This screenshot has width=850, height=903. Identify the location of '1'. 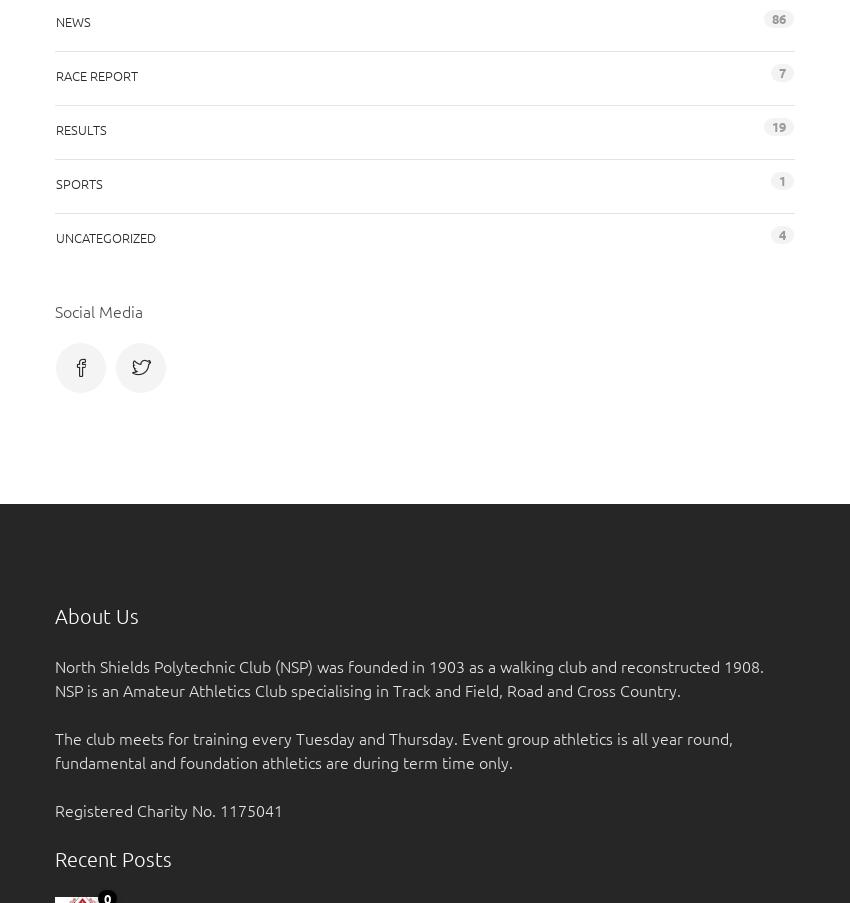
(778, 178).